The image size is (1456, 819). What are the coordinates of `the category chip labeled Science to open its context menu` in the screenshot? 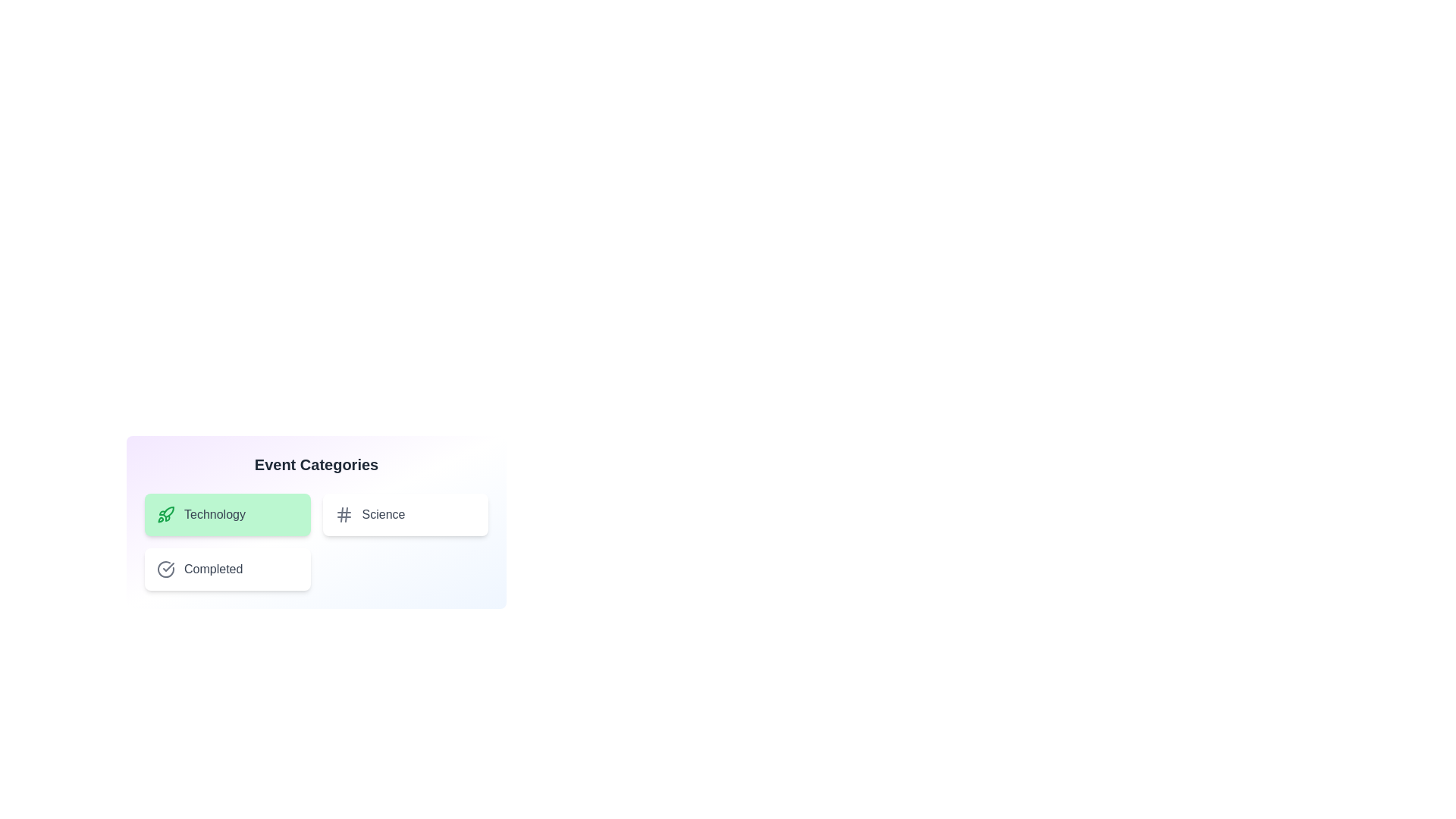 It's located at (405, 513).